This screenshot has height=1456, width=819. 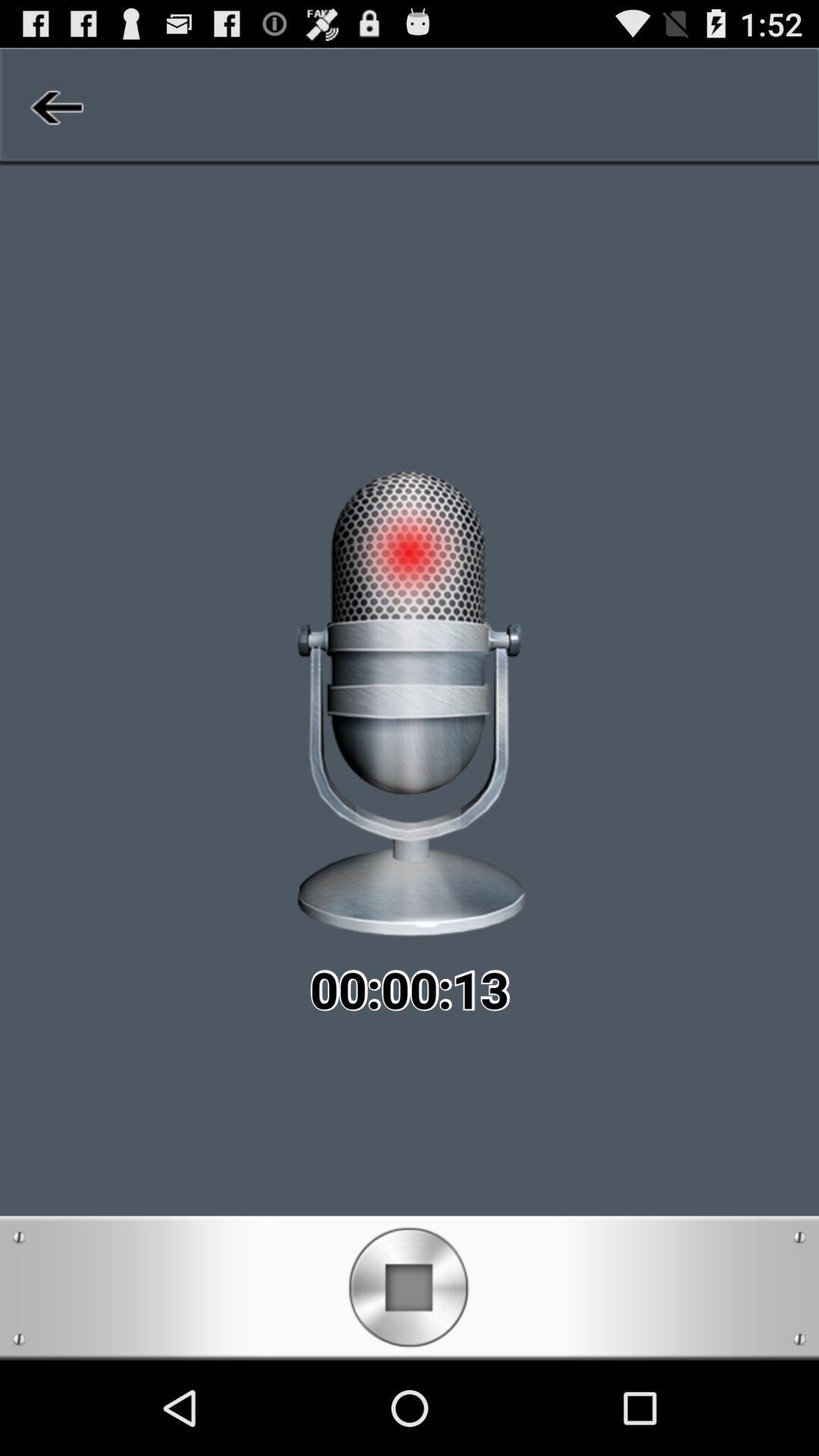 What do you see at coordinates (408, 1287) in the screenshot?
I see `stop recording` at bounding box center [408, 1287].